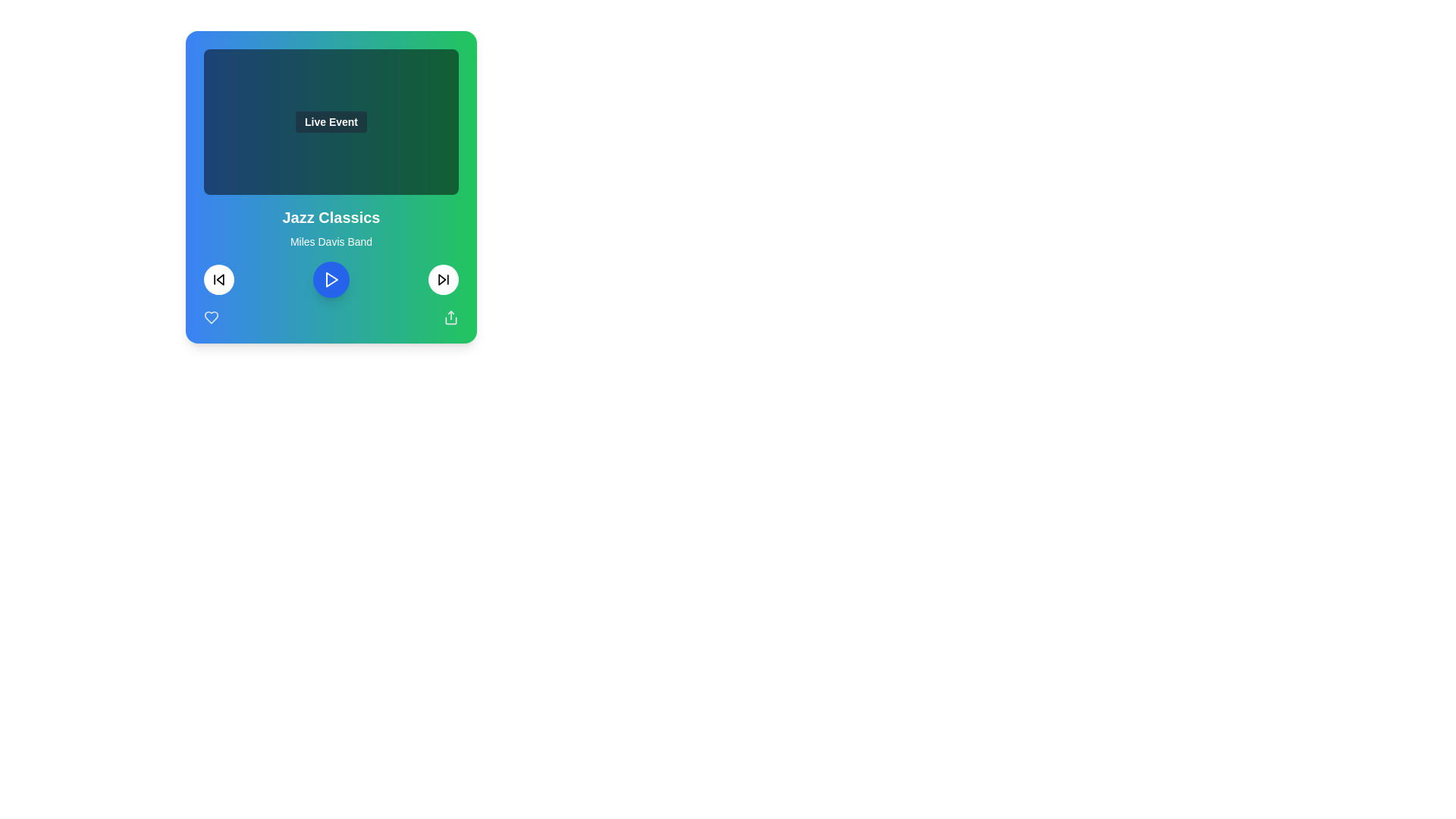  Describe the element at coordinates (330, 121) in the screenshot. I see `the 'Live Event' label, which is a small label with a dark semi-transparent background and rounded corners, prominently positioned at the top of the card interface` at that location.